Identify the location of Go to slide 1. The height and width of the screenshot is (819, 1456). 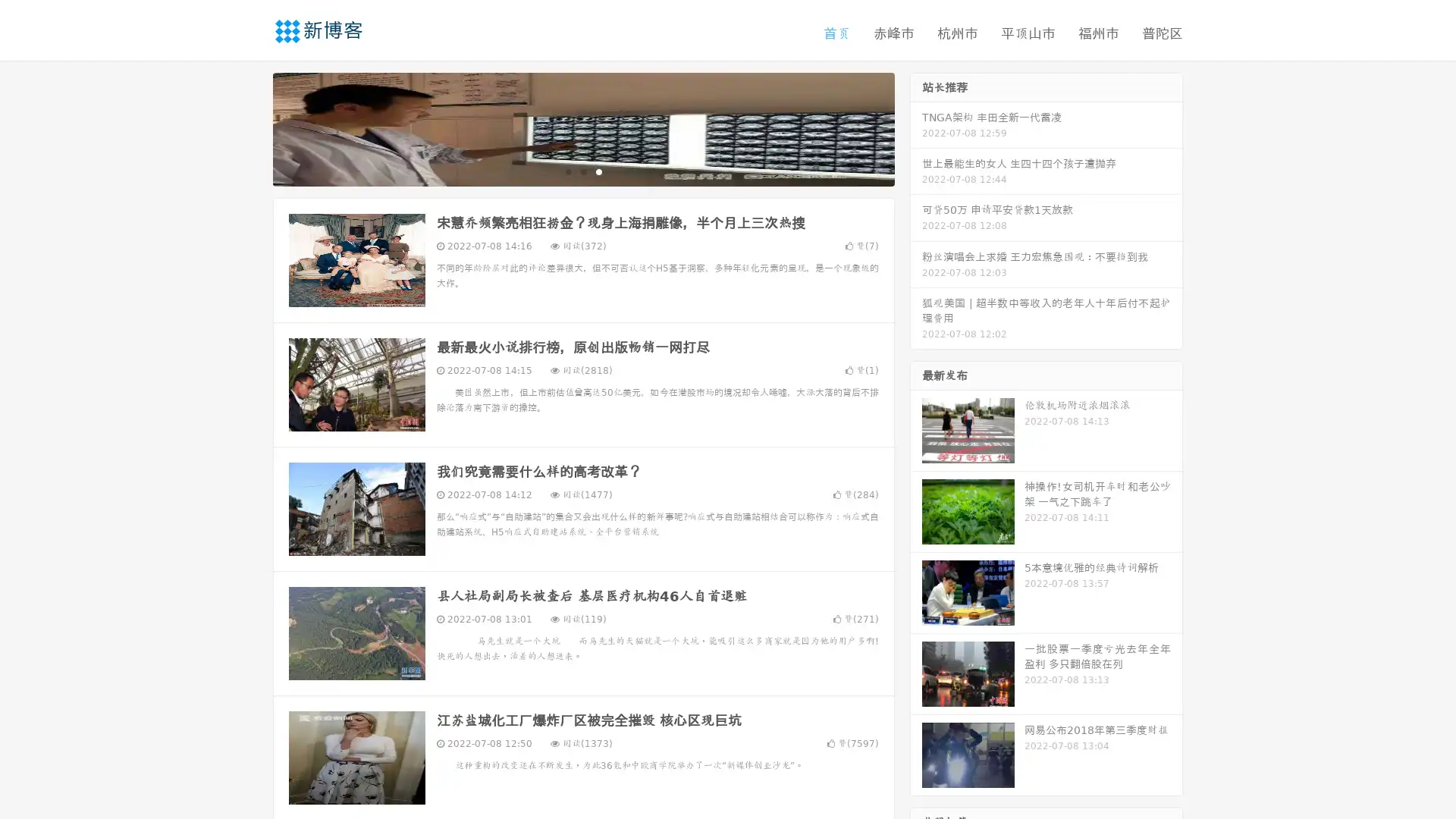
(567, 171).